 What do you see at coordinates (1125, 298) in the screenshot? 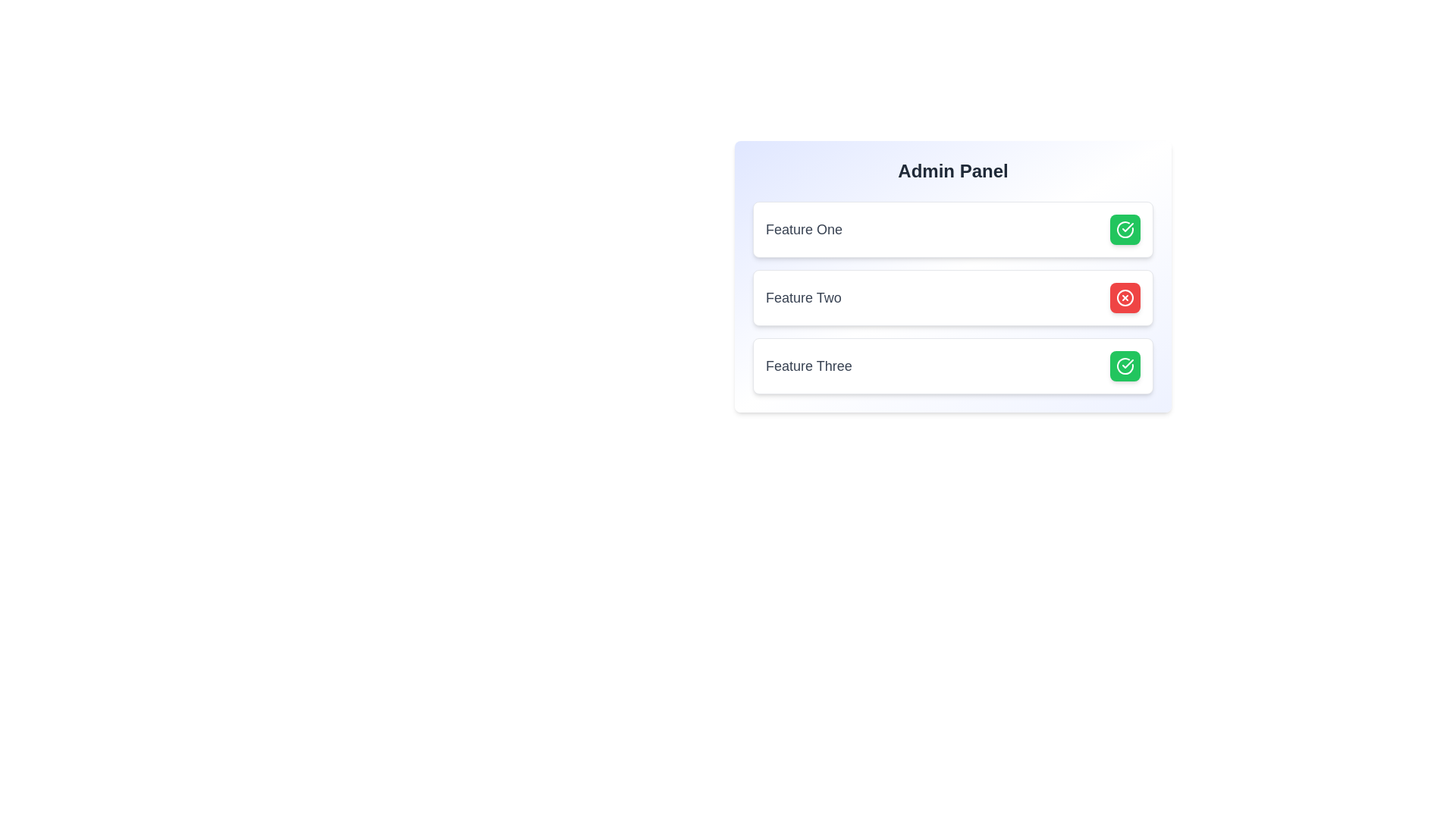
I see `the icon for Feature Two` at bounding box center [1125, 298].